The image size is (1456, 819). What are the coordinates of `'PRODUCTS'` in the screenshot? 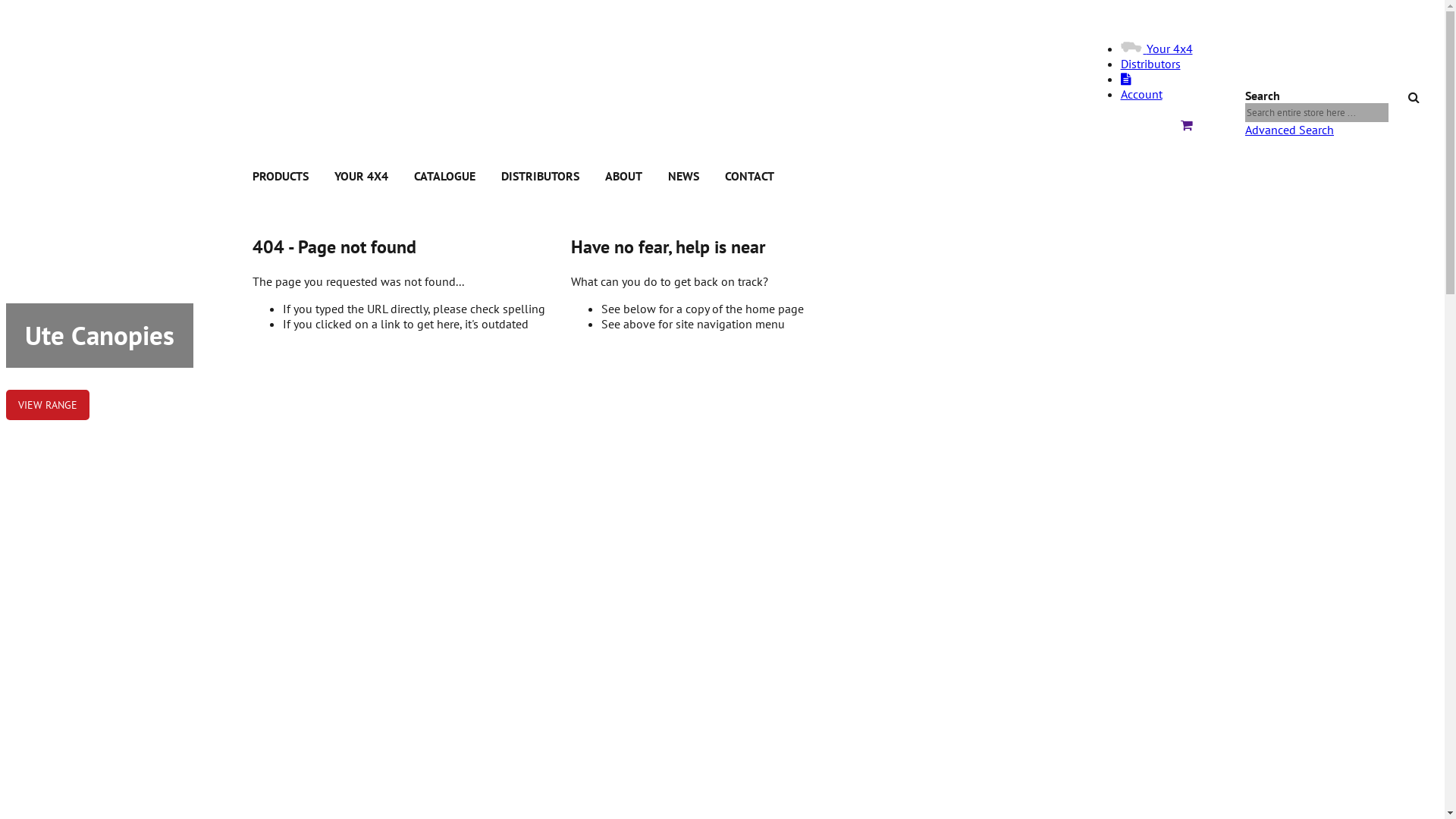 It's located at (280, 175).